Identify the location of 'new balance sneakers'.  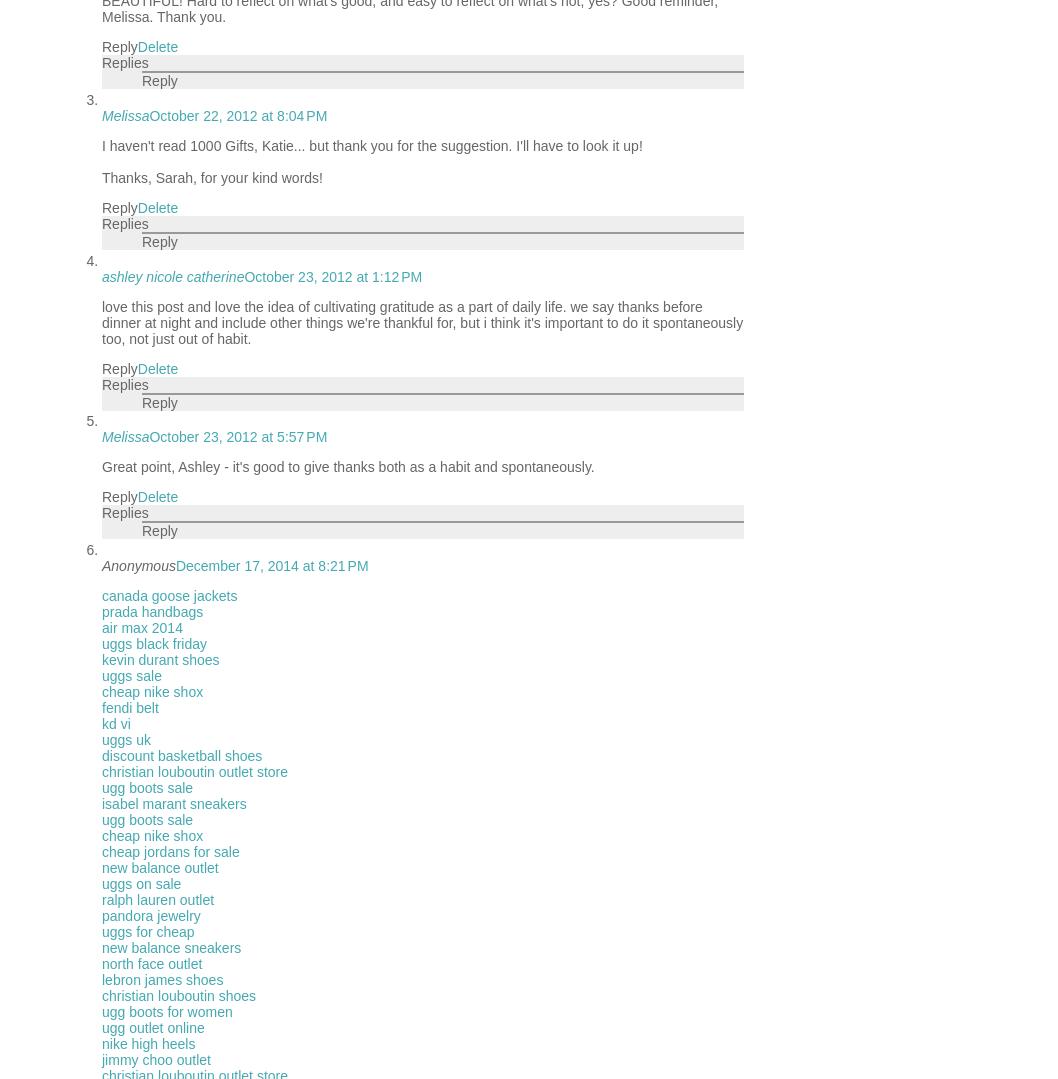
(170, 948).